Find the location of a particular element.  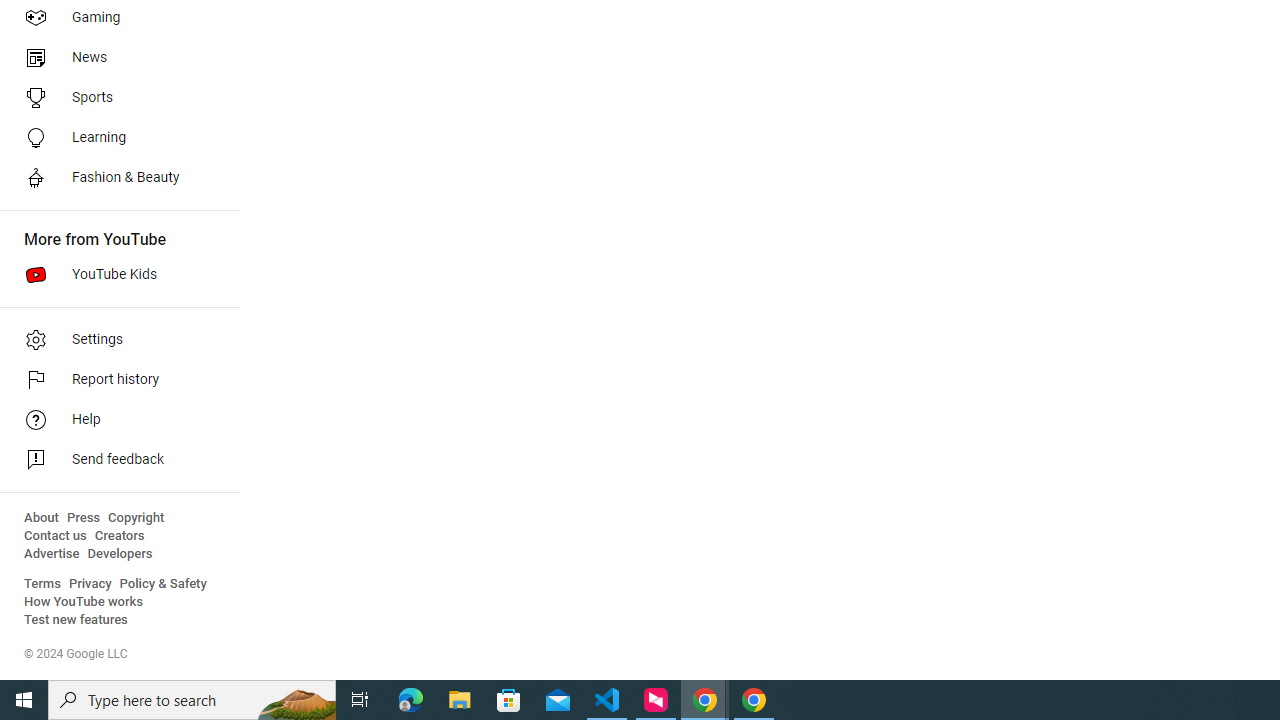

'About' is located at coordinates (41, 517).